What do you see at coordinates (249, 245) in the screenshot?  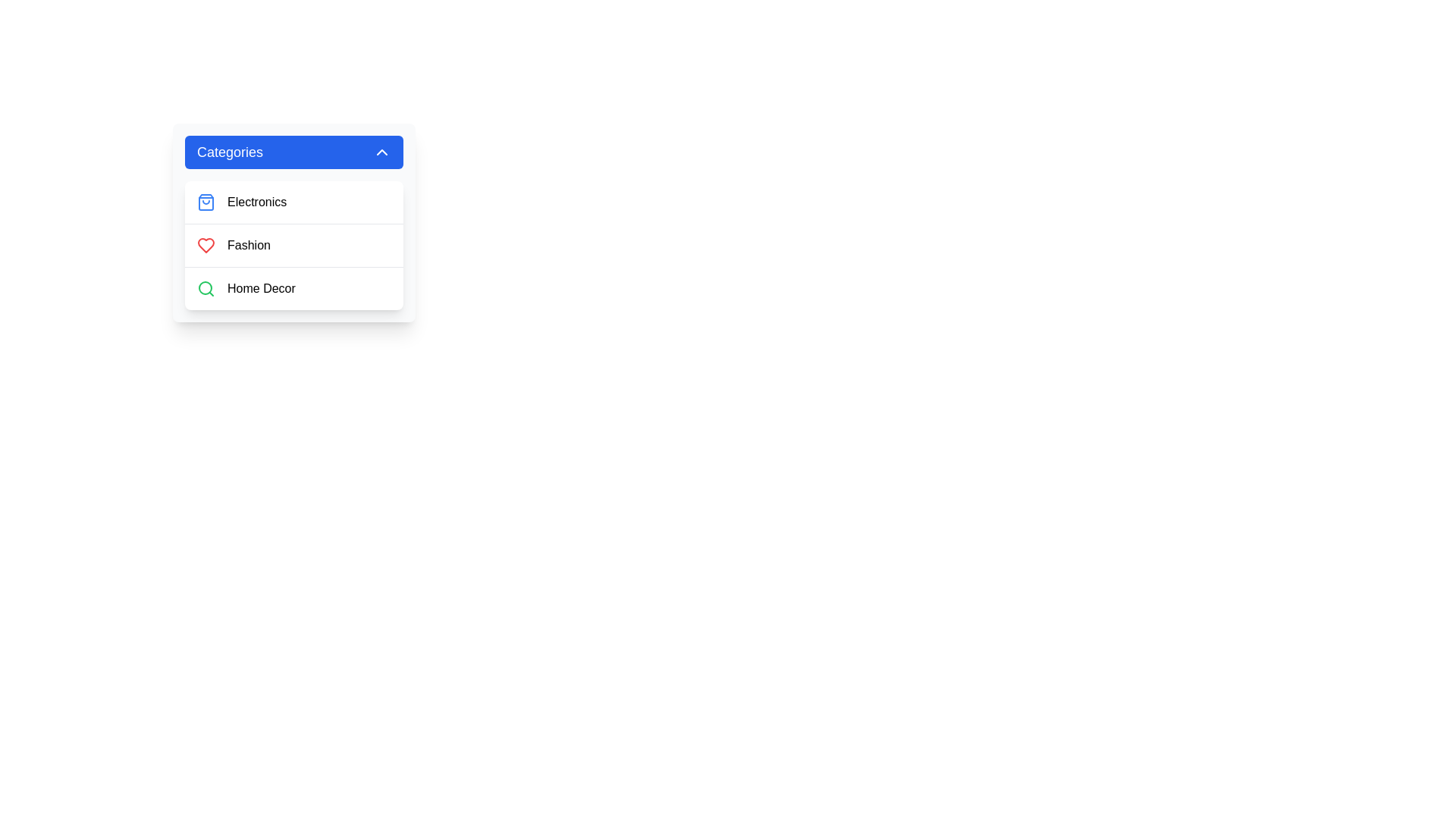 I see `the 'Fashion' category text label located below 'Electronics' and above 'Home Decor' in the list of categories` at bounding box center [249, 245].